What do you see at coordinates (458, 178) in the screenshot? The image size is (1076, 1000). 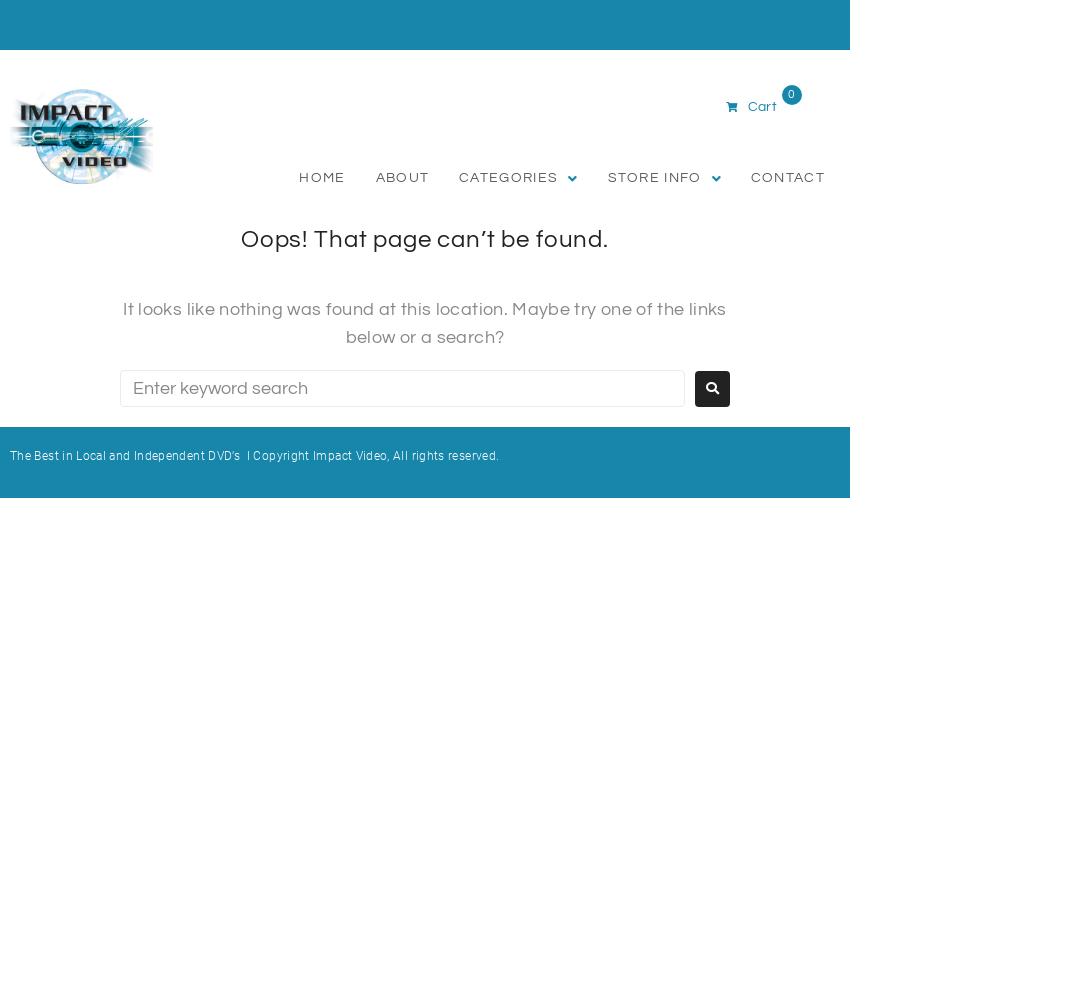 I see `'Categories'` at bounding box center [458, 178].